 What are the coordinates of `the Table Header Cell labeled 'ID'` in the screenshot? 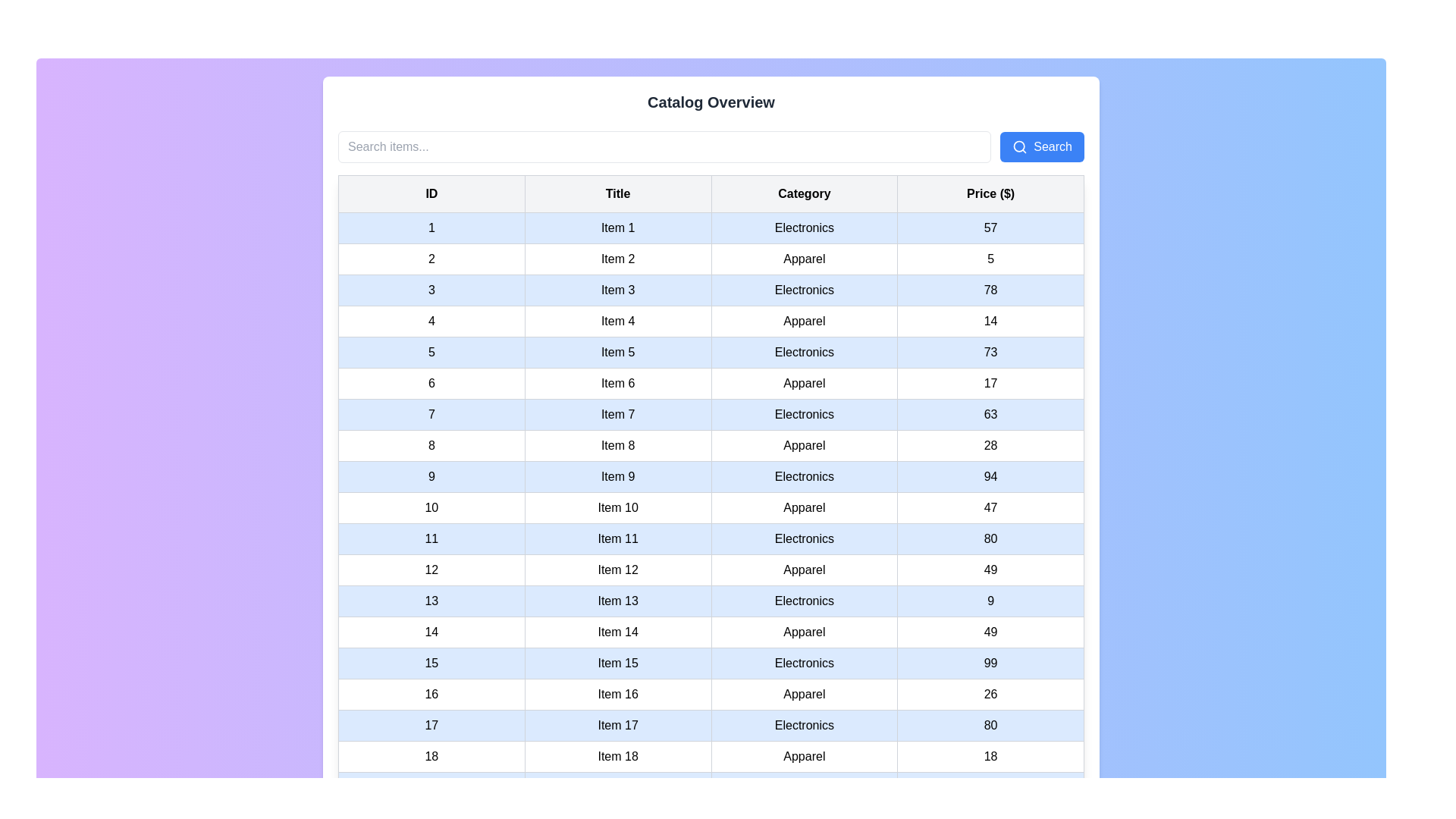 It's located at (431, 193).